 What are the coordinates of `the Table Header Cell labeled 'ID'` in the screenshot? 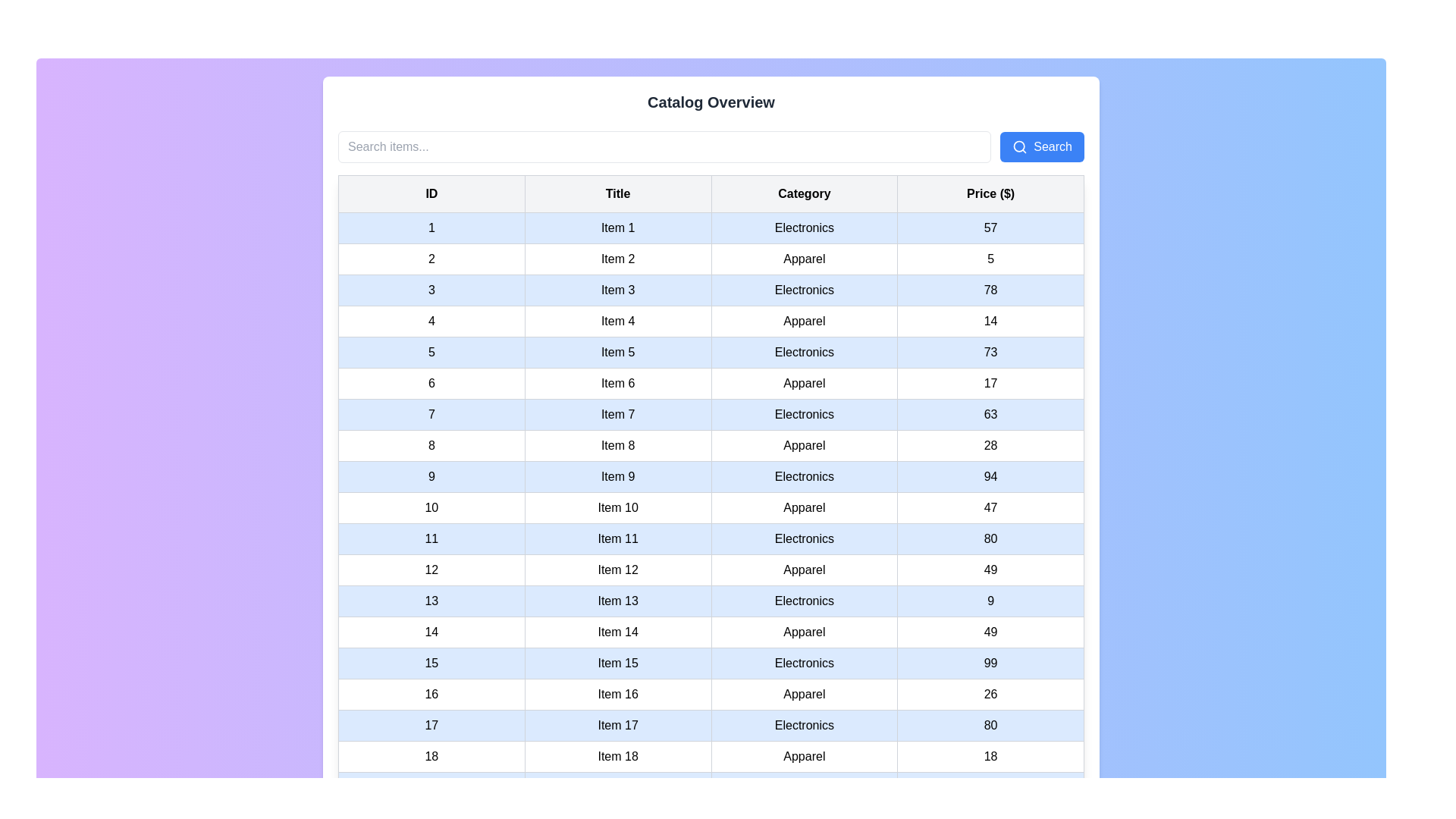 It's located at (431, 193).